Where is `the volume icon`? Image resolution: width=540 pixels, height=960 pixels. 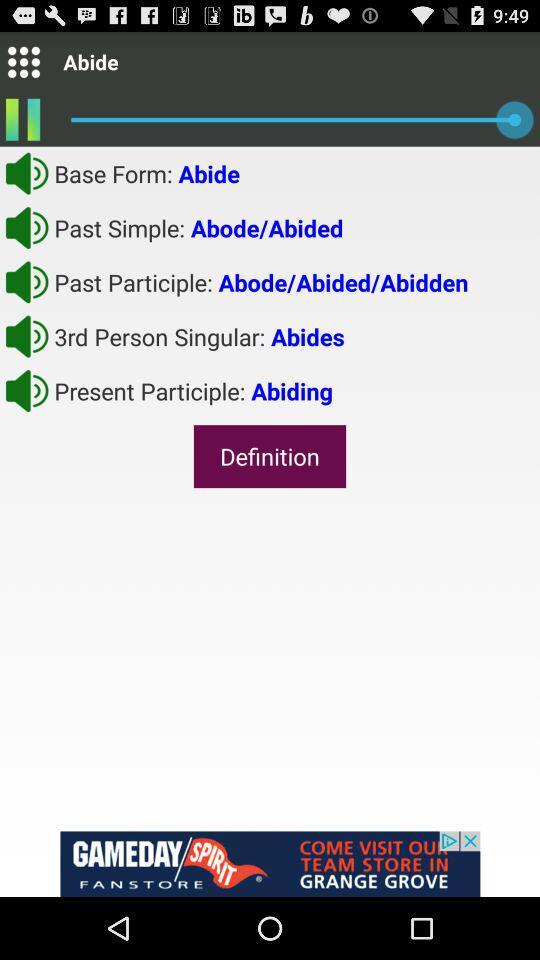
the volume icon is located at coordinates (26, 302).